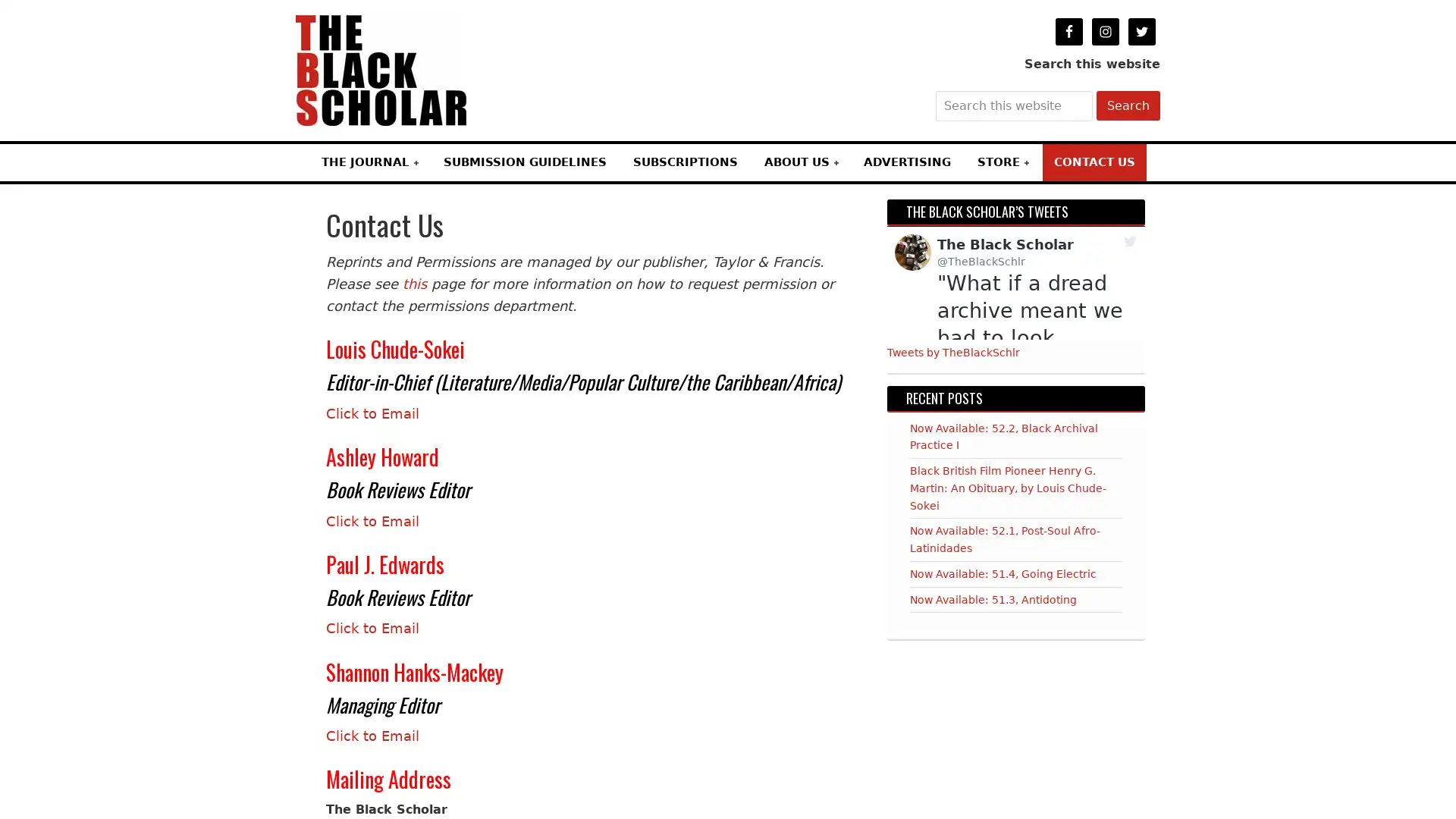  Describe the element at coordinates (1128, 105) in the screenshot. I see `Search` at that location.